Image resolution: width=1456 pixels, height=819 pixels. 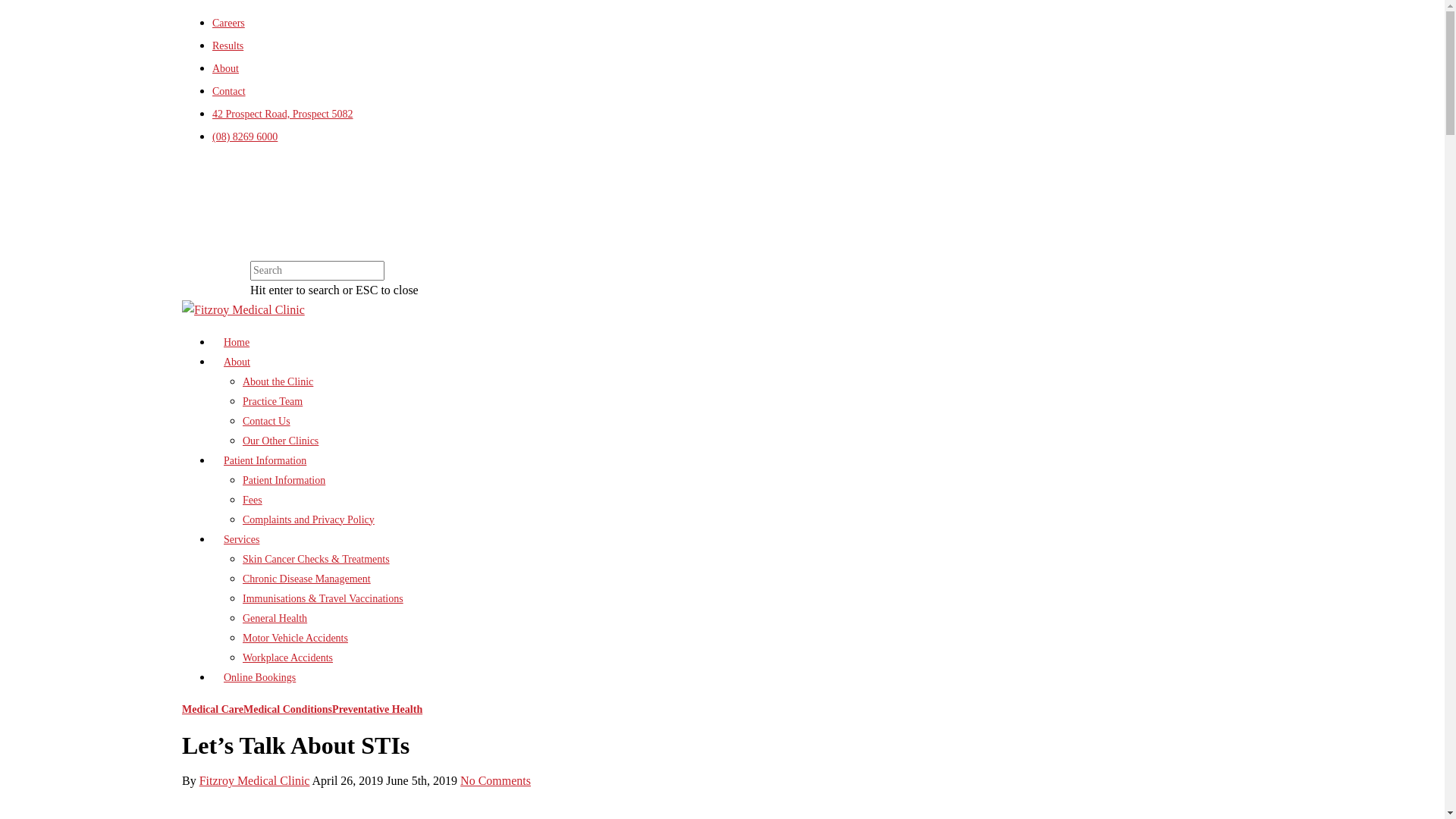 What do you see at coordinates (227, 23) in the screenshot?
I see `'Careers'` at bounding box center [227, 23].